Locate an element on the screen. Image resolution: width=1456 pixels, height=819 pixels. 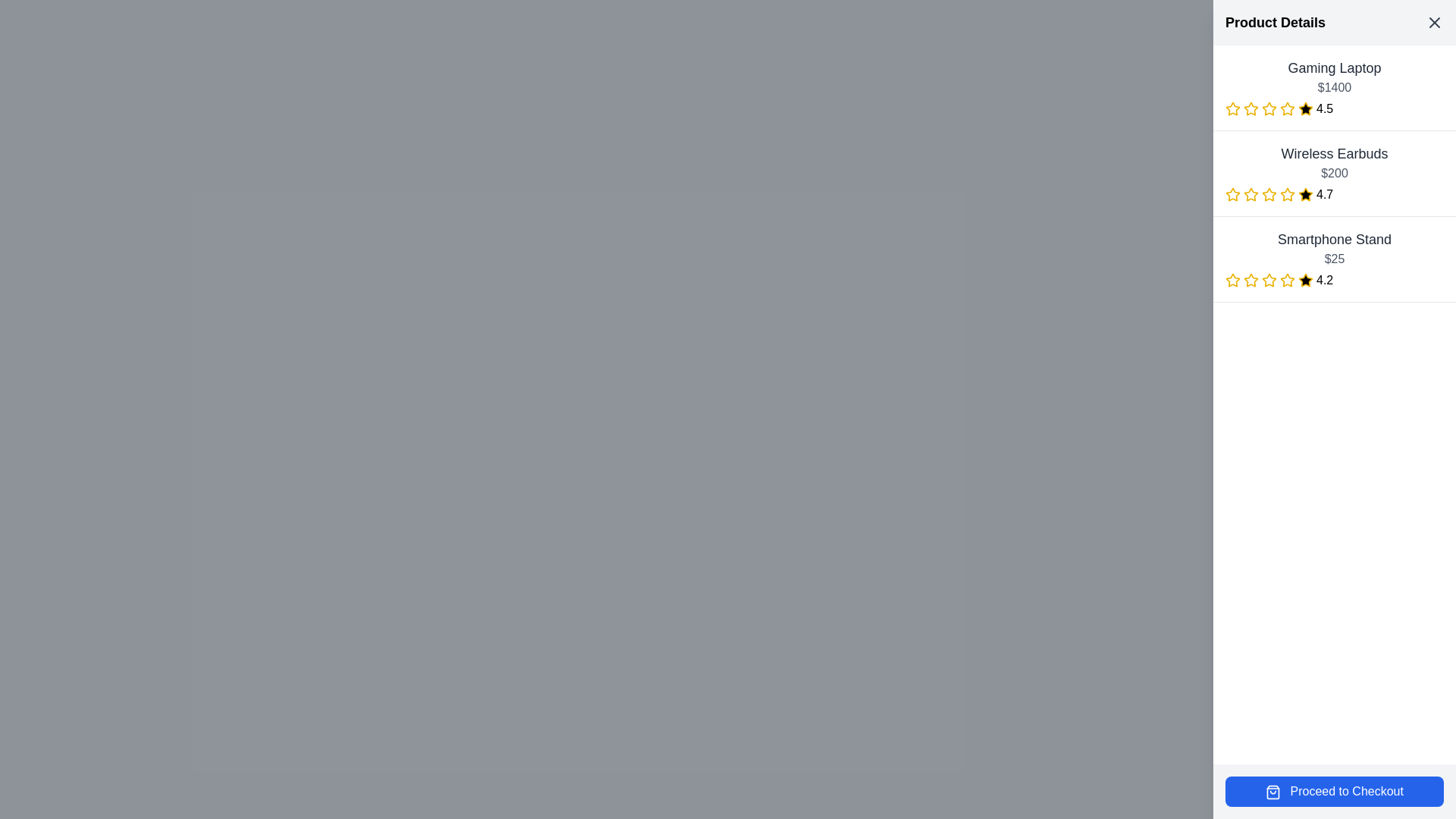
the dark gray 'X' shaped icon button located at the top-right corner of the 'Product Details' section is located at coordinates (1433, 23).